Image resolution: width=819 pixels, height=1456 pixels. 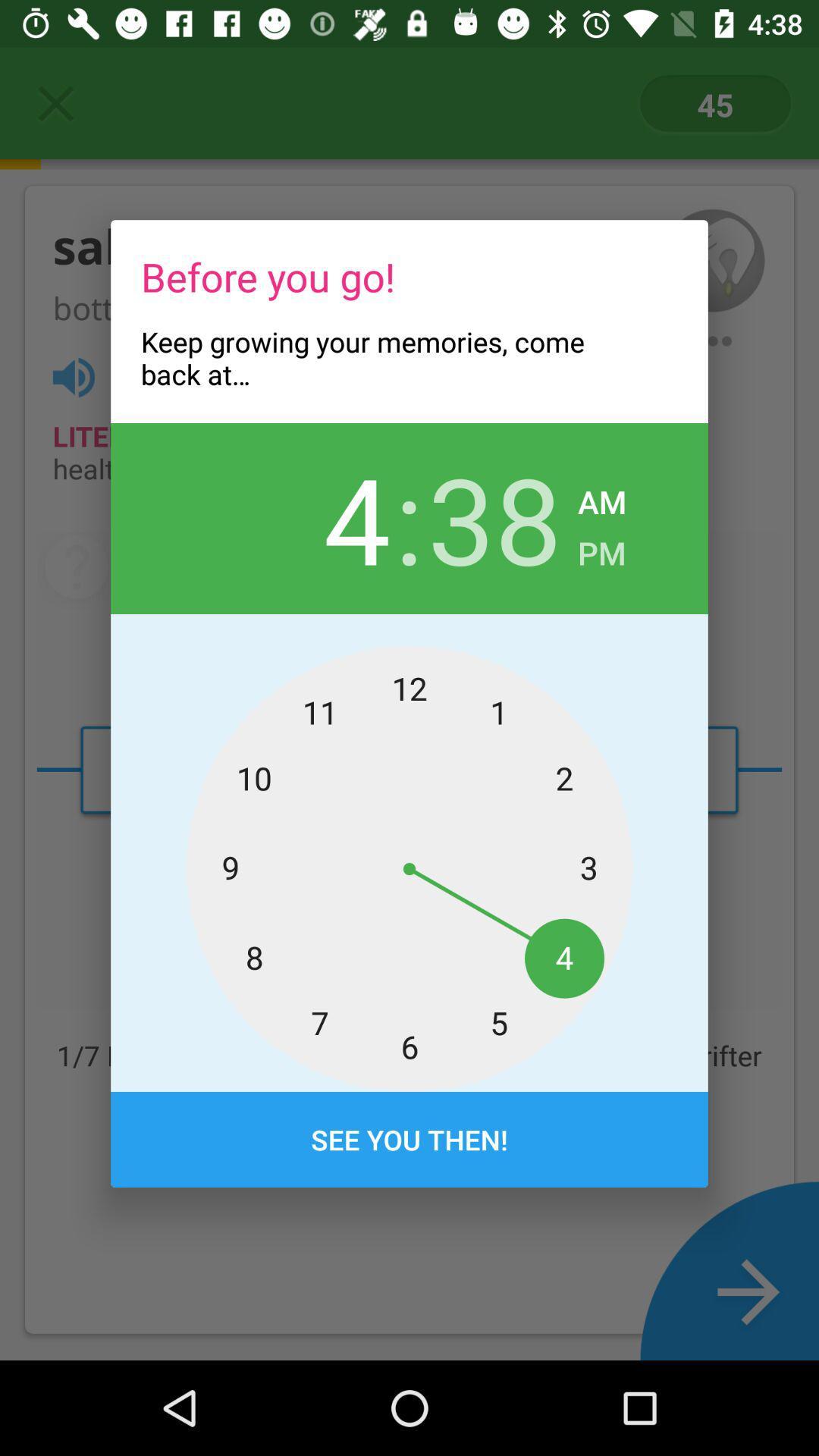 I want to click on the item to the right of the 38 icon, so click(x=601, y=497).